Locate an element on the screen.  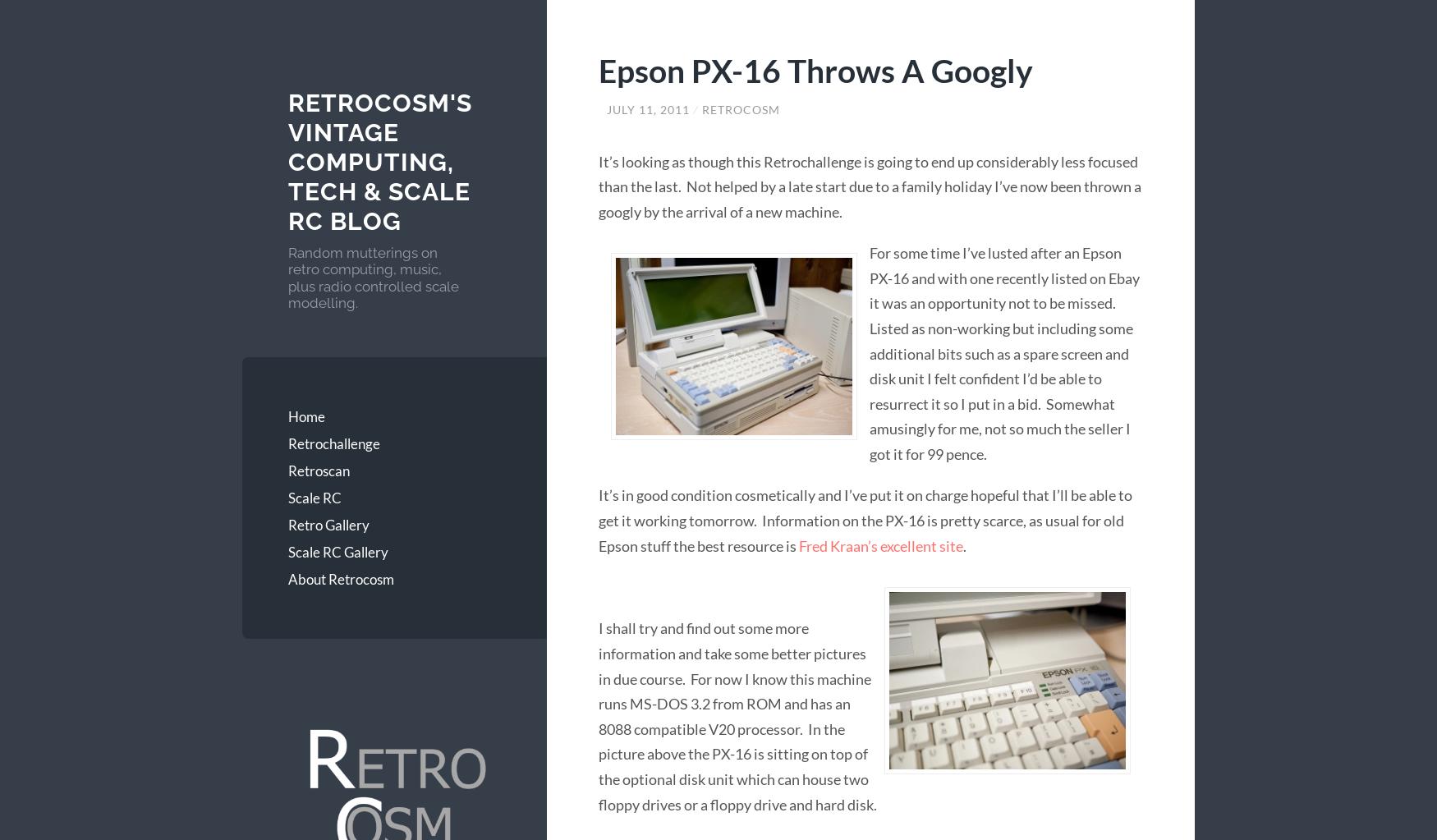
'Scale RC Gallery' is located at coordinates (337, 550).